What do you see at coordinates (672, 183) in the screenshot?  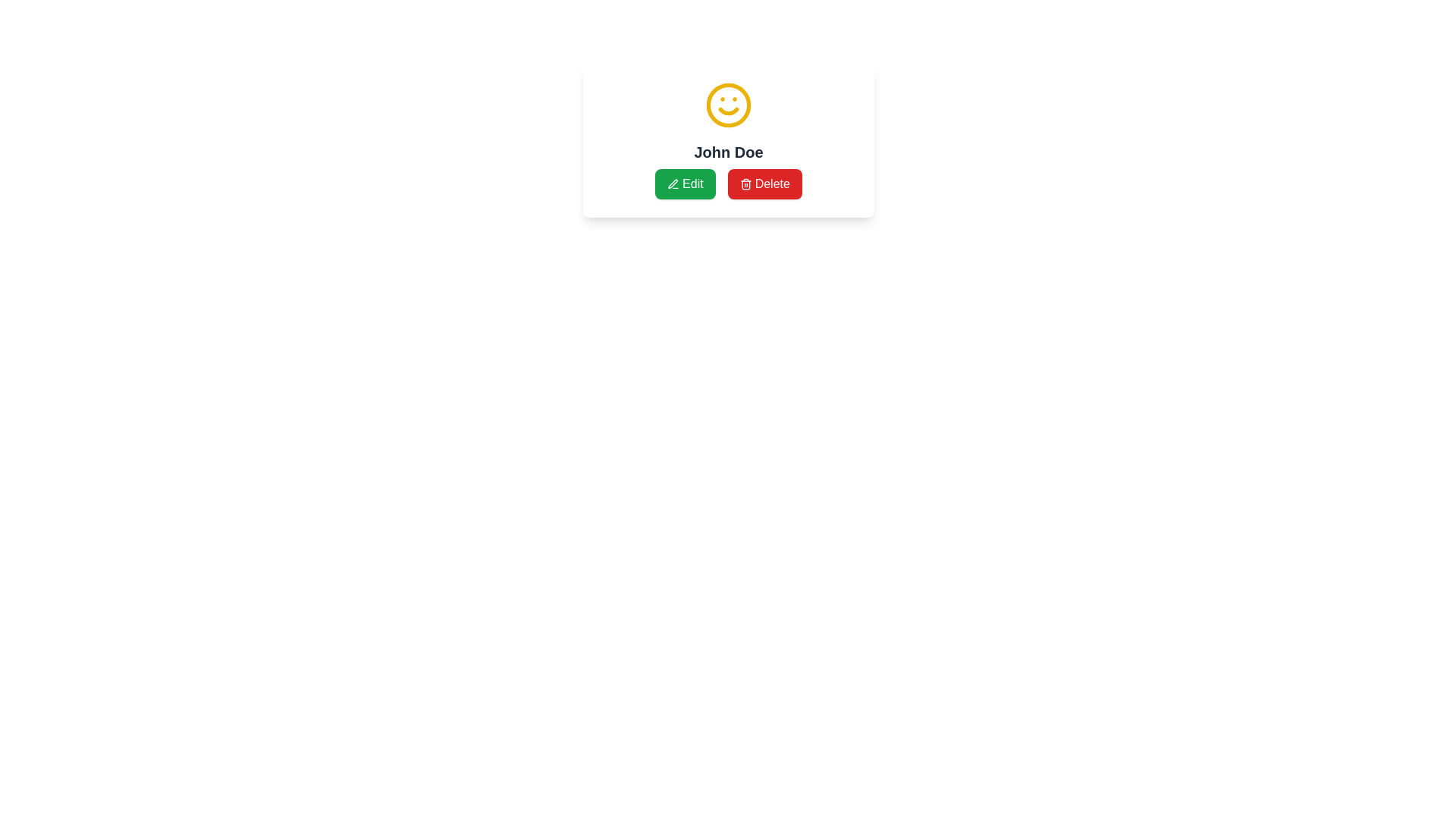 I see `the decorative icon inside the green 'Edit' button` at bounding box center [672, 183].